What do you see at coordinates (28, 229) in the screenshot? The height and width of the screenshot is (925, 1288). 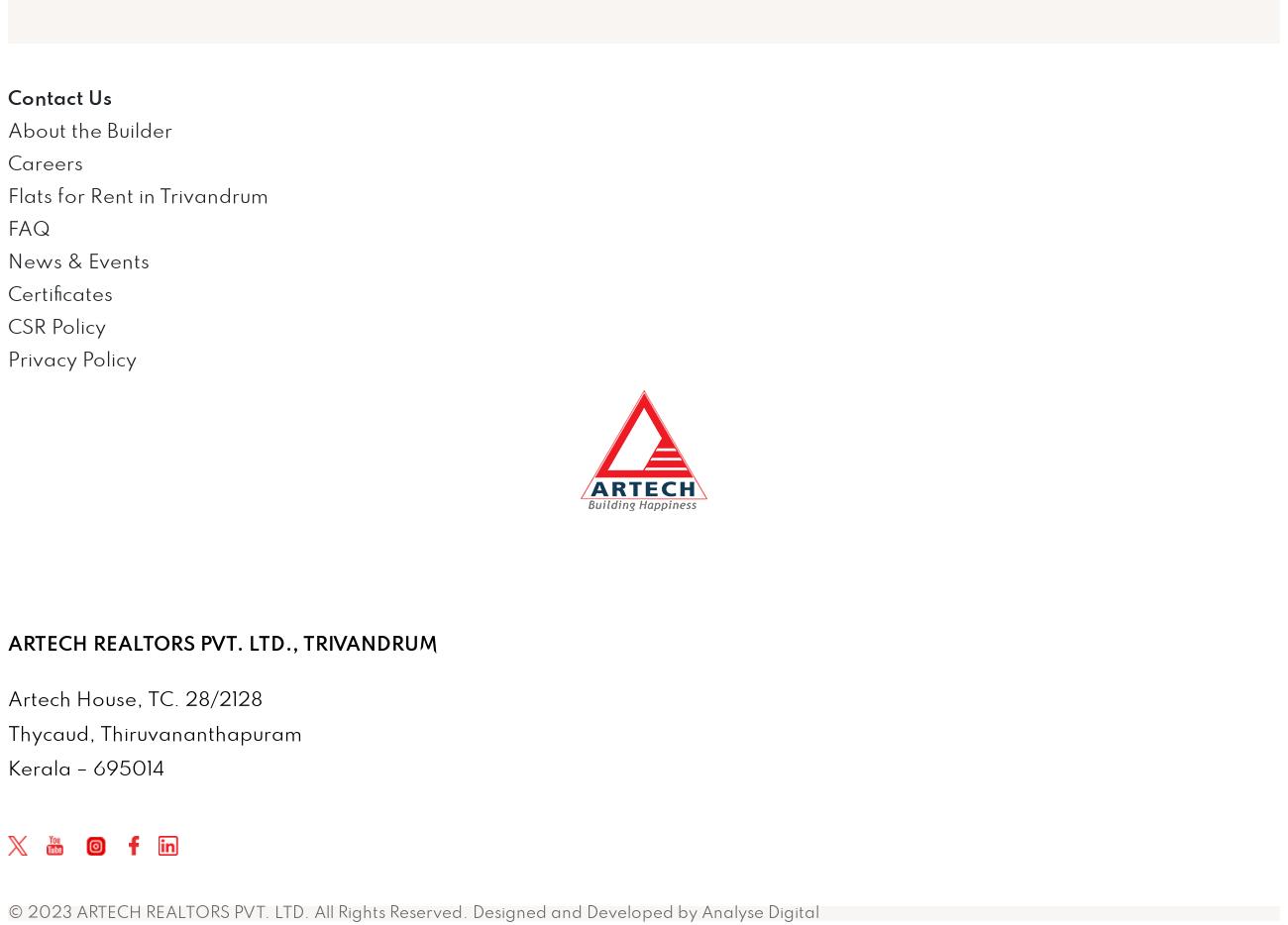 I see `'FAQ'` at bounding box center [28, 229].